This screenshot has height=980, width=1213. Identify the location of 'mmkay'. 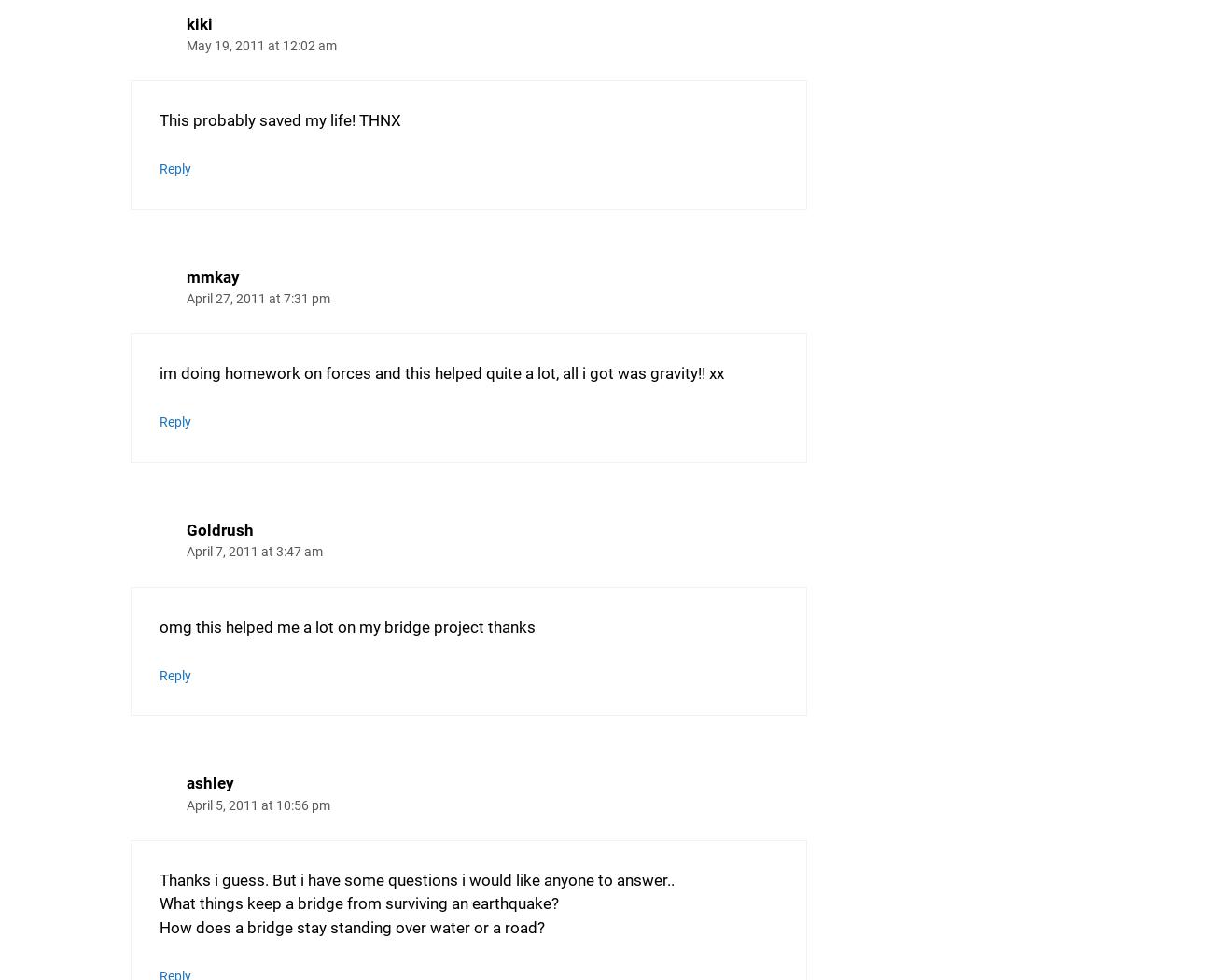
(212, 274).